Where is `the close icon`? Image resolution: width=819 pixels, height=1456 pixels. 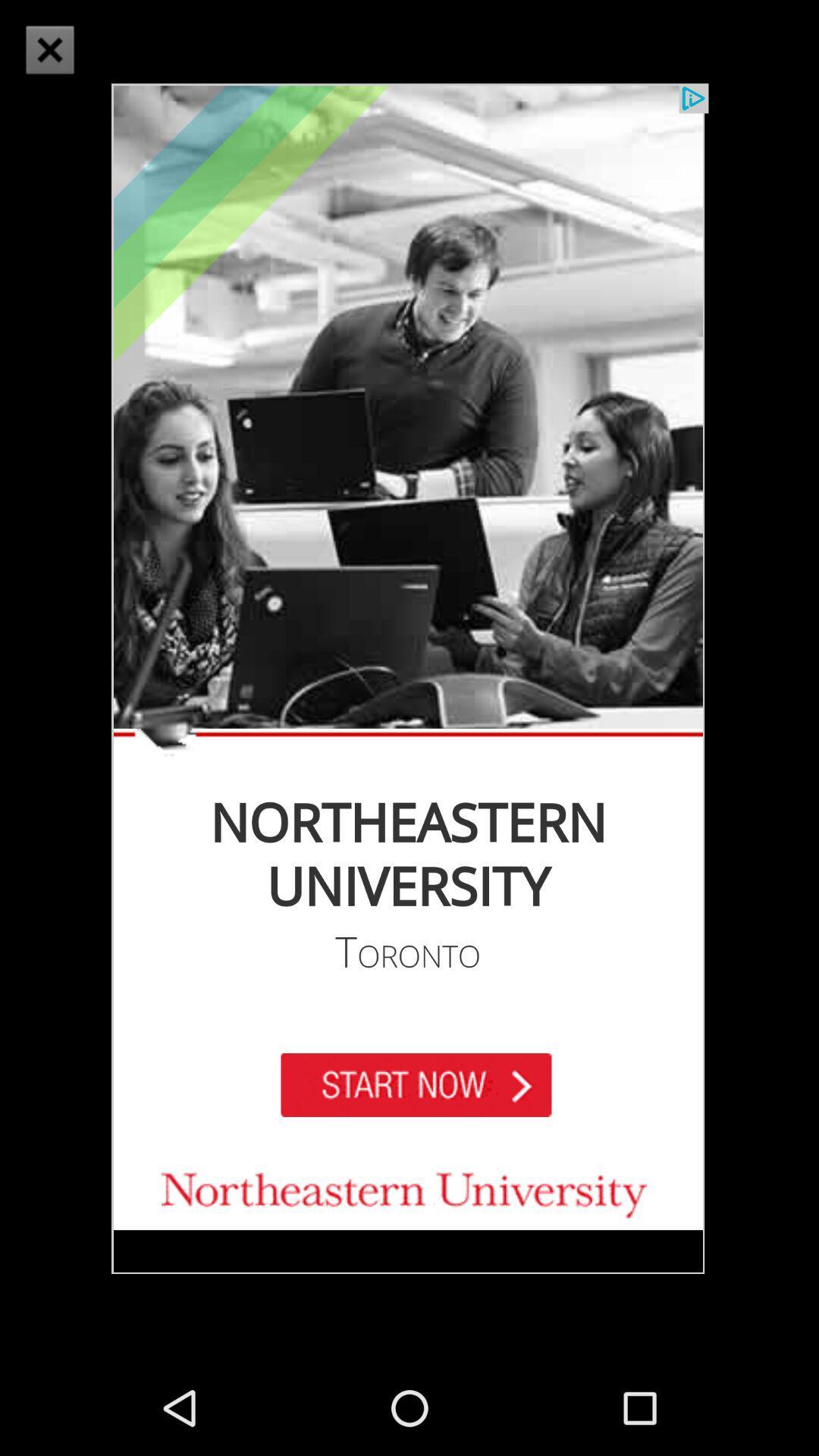 the close icon is located at coordinates (58, 63).